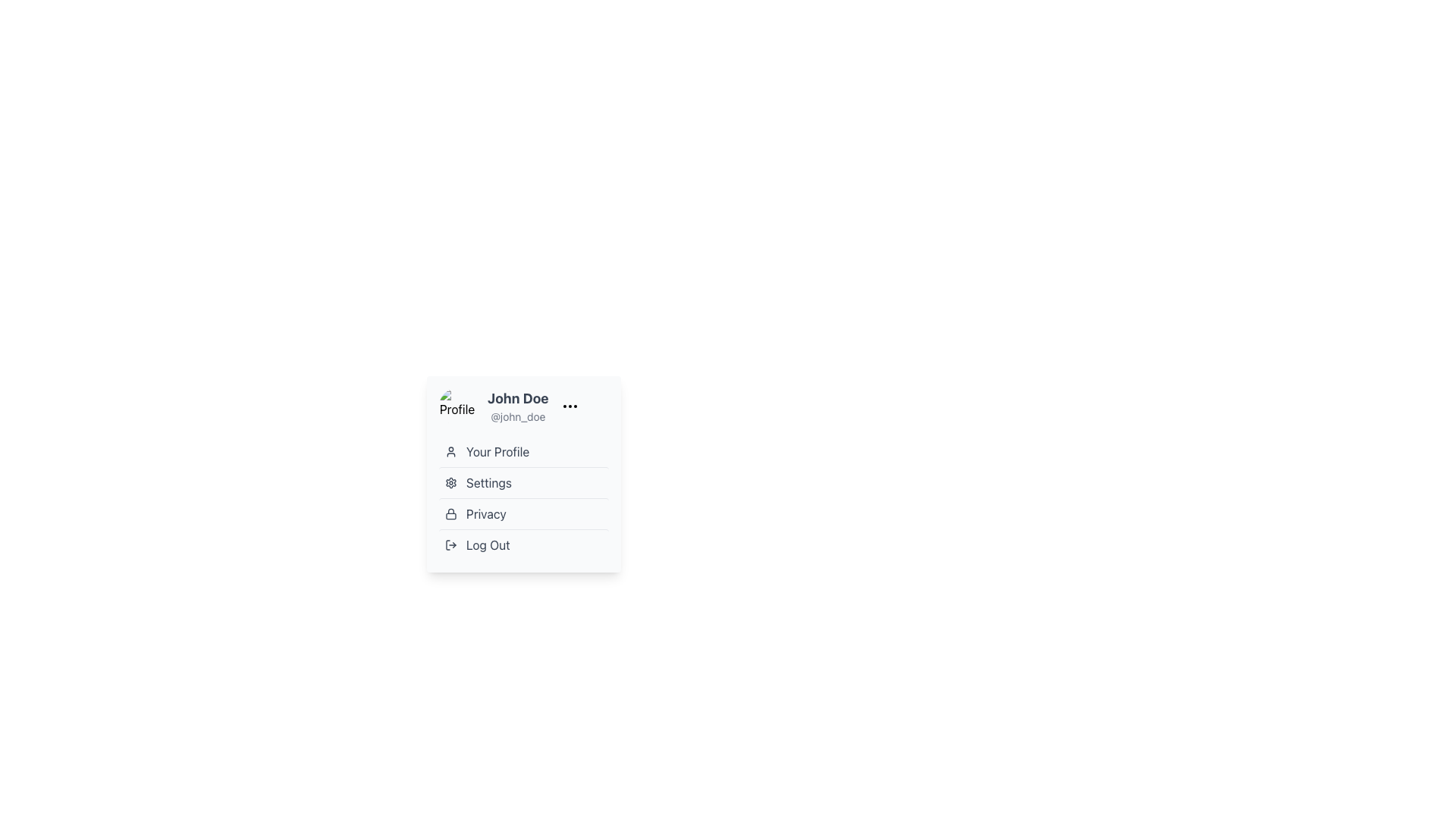  Describe the element at coordinates (447, 544) in the screenshot. I see `the rounded graphic` at that location.